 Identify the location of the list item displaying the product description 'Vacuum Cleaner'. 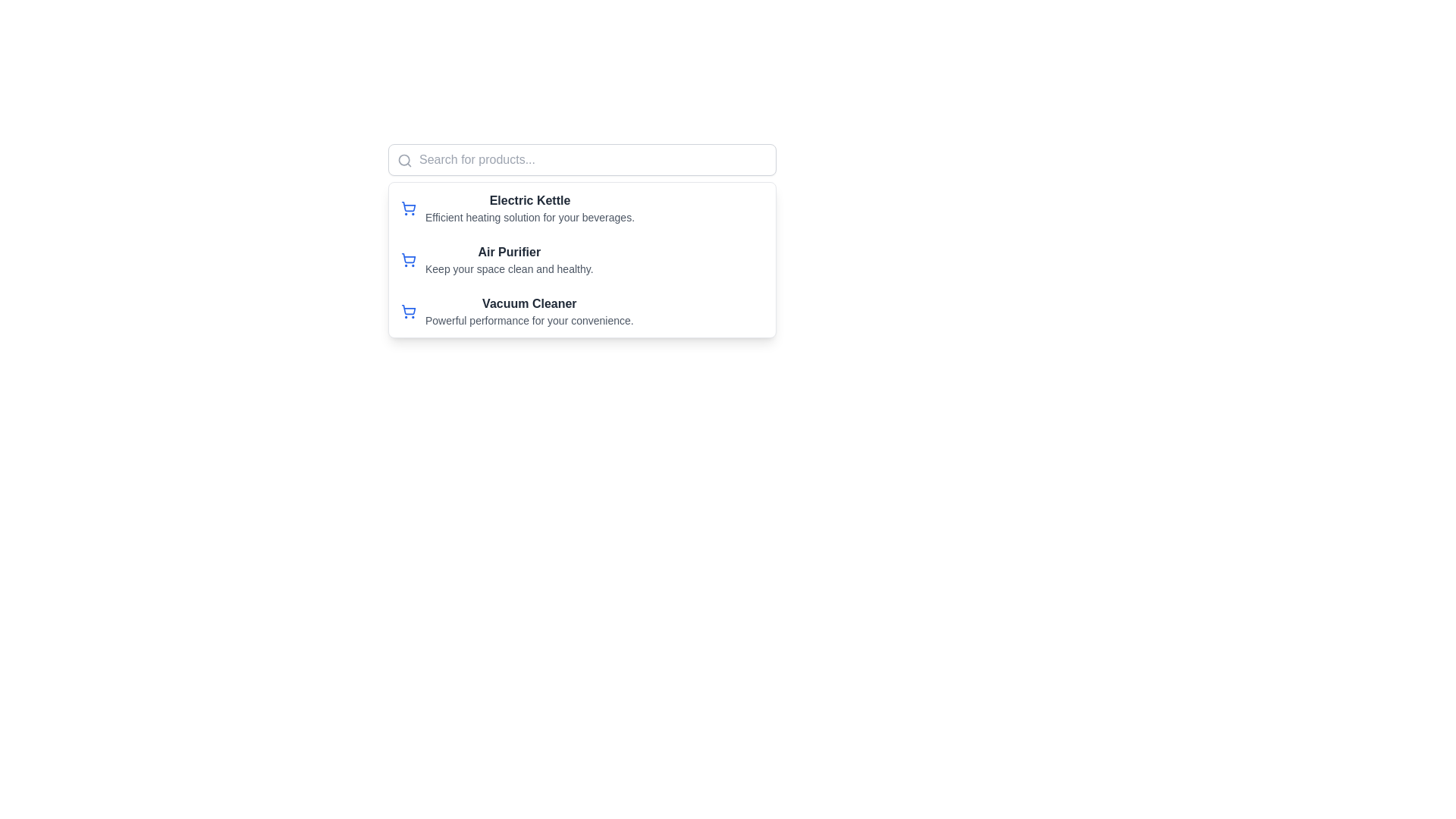
(582, 311).